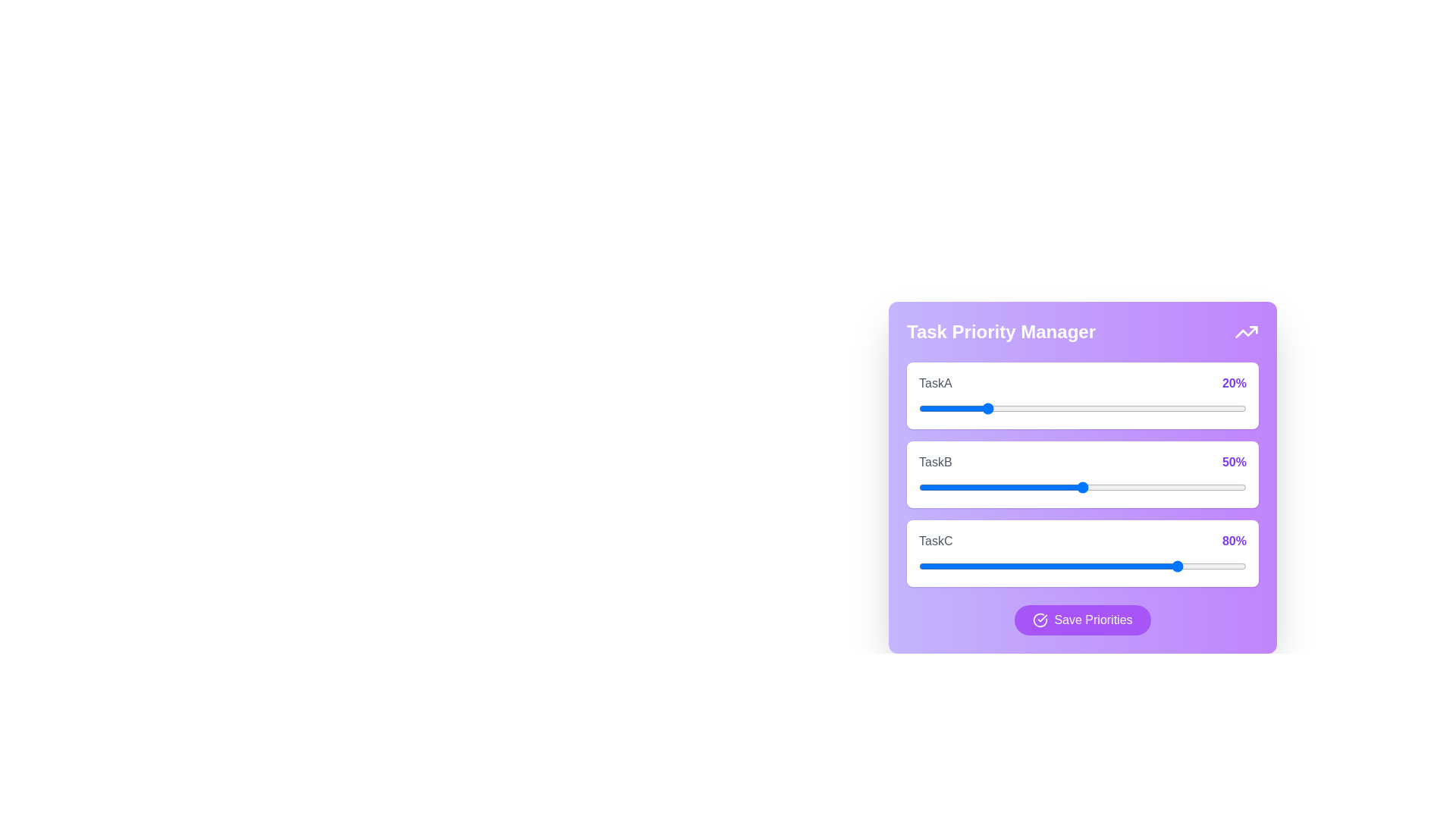 This screenshot has height=819, width=1456. Describe the element at coordinates (1082, 620) in the screenshot. I see `the 'Save Priorities' button` at that location.